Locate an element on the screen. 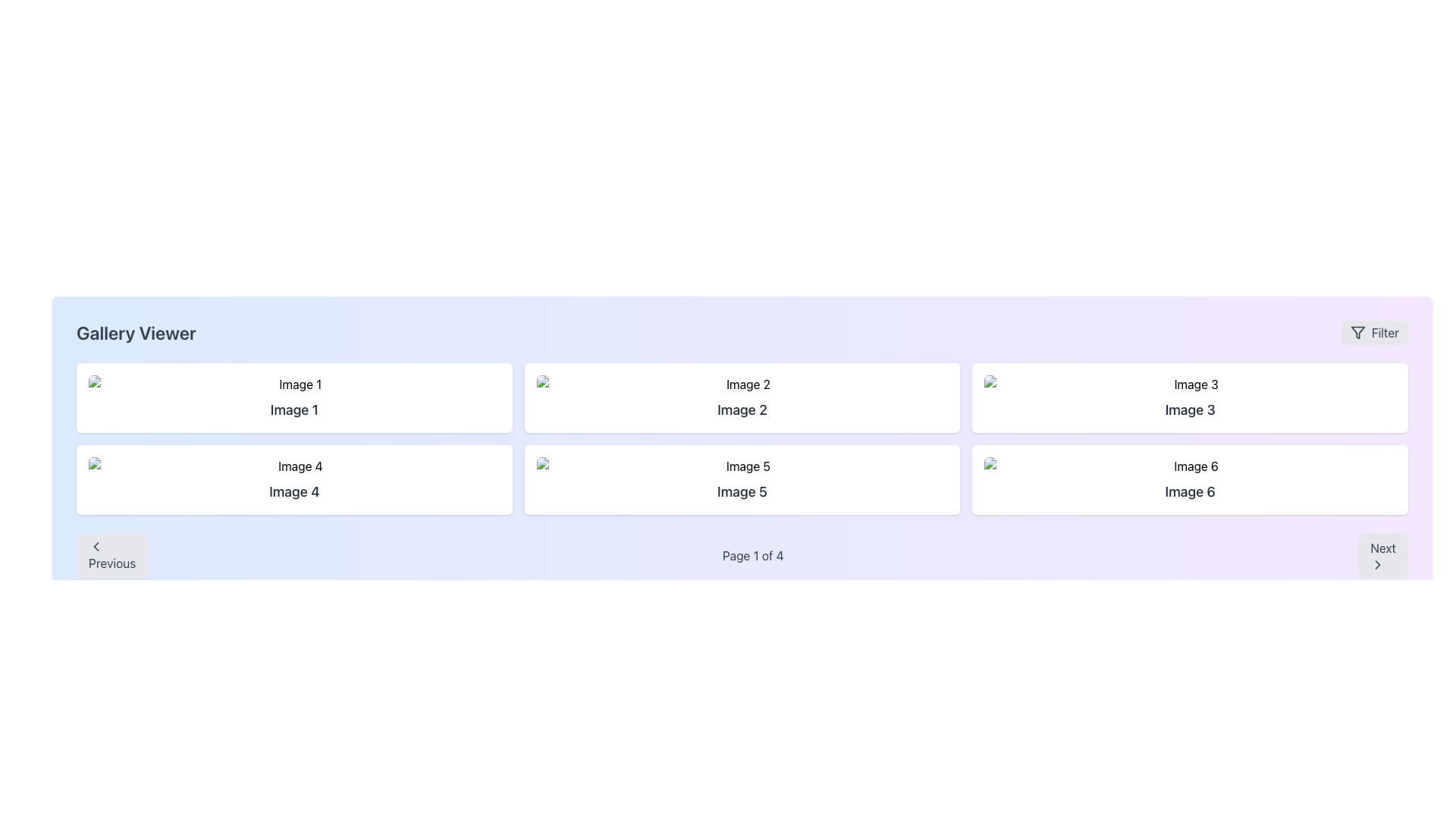 The width and height of the screenshot is (1456, 819). text label 'Image 6' located in the rightmost position of the second row of a grid layout, styled in medium font weight and gray color is located at coordinates (1189, 491).